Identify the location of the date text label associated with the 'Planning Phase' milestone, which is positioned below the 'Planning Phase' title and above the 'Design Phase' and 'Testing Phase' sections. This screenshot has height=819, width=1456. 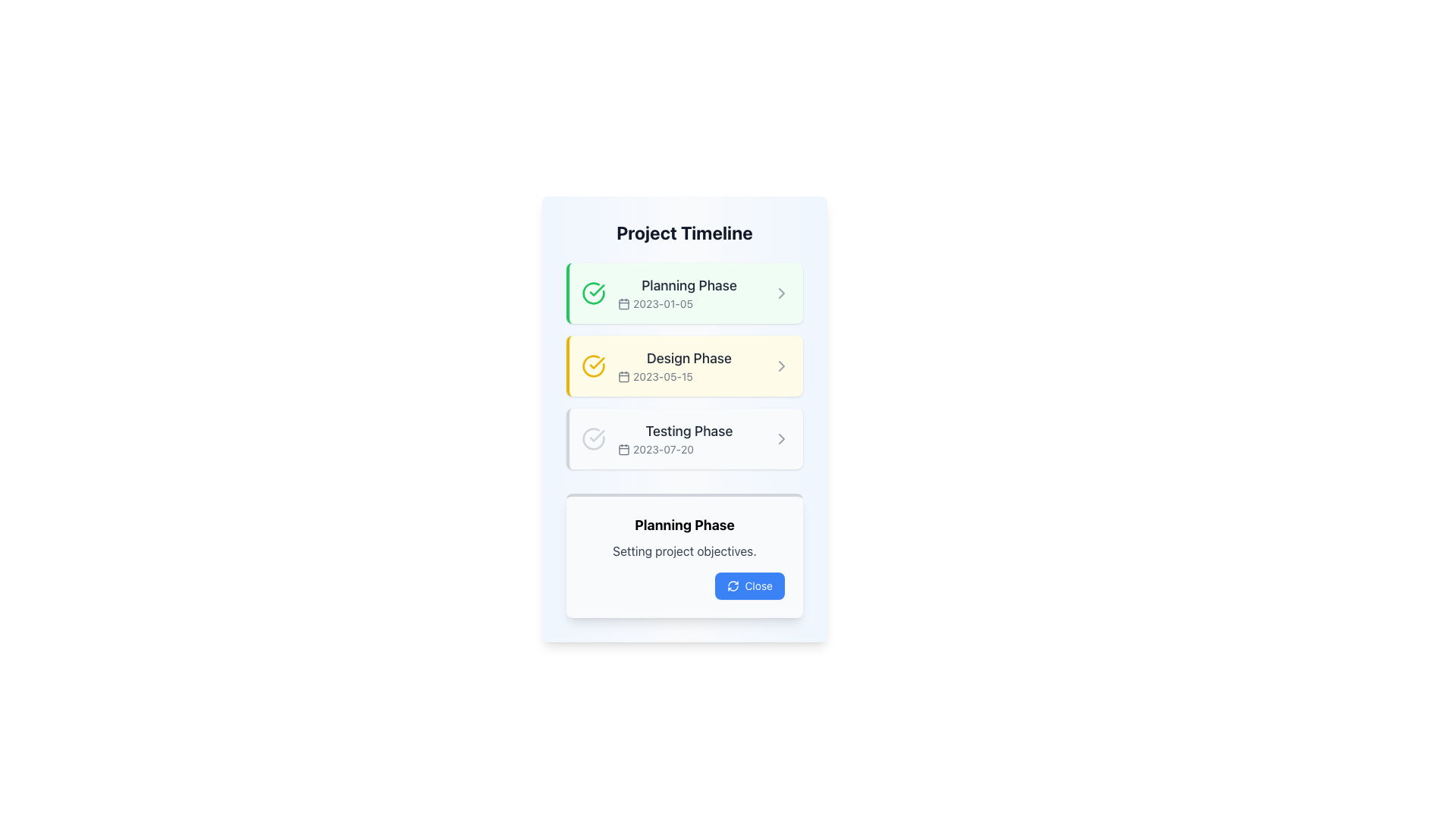
(688, 304).